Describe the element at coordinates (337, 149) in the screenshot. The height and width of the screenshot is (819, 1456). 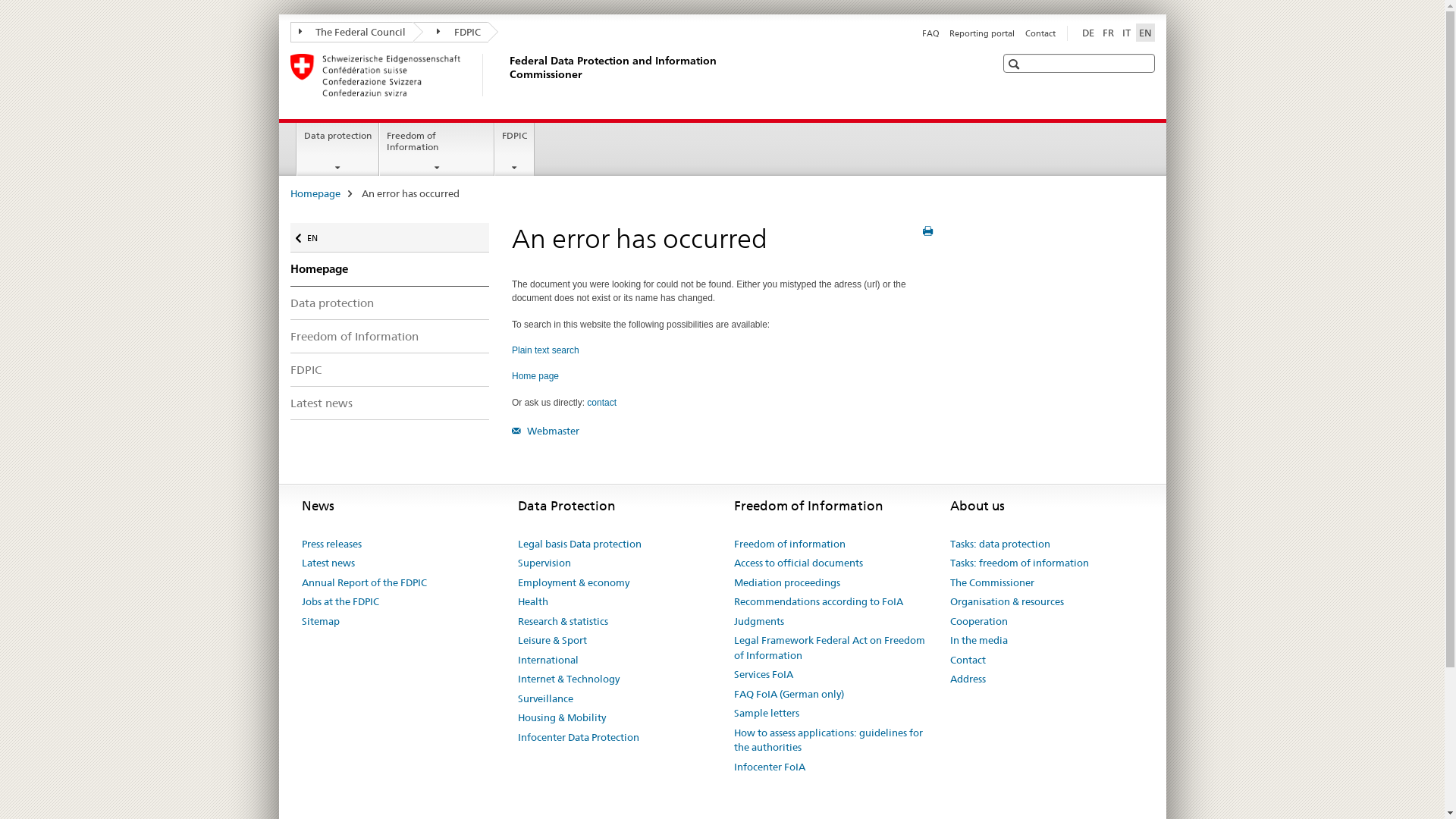
I see `'Data protection'` at that location.